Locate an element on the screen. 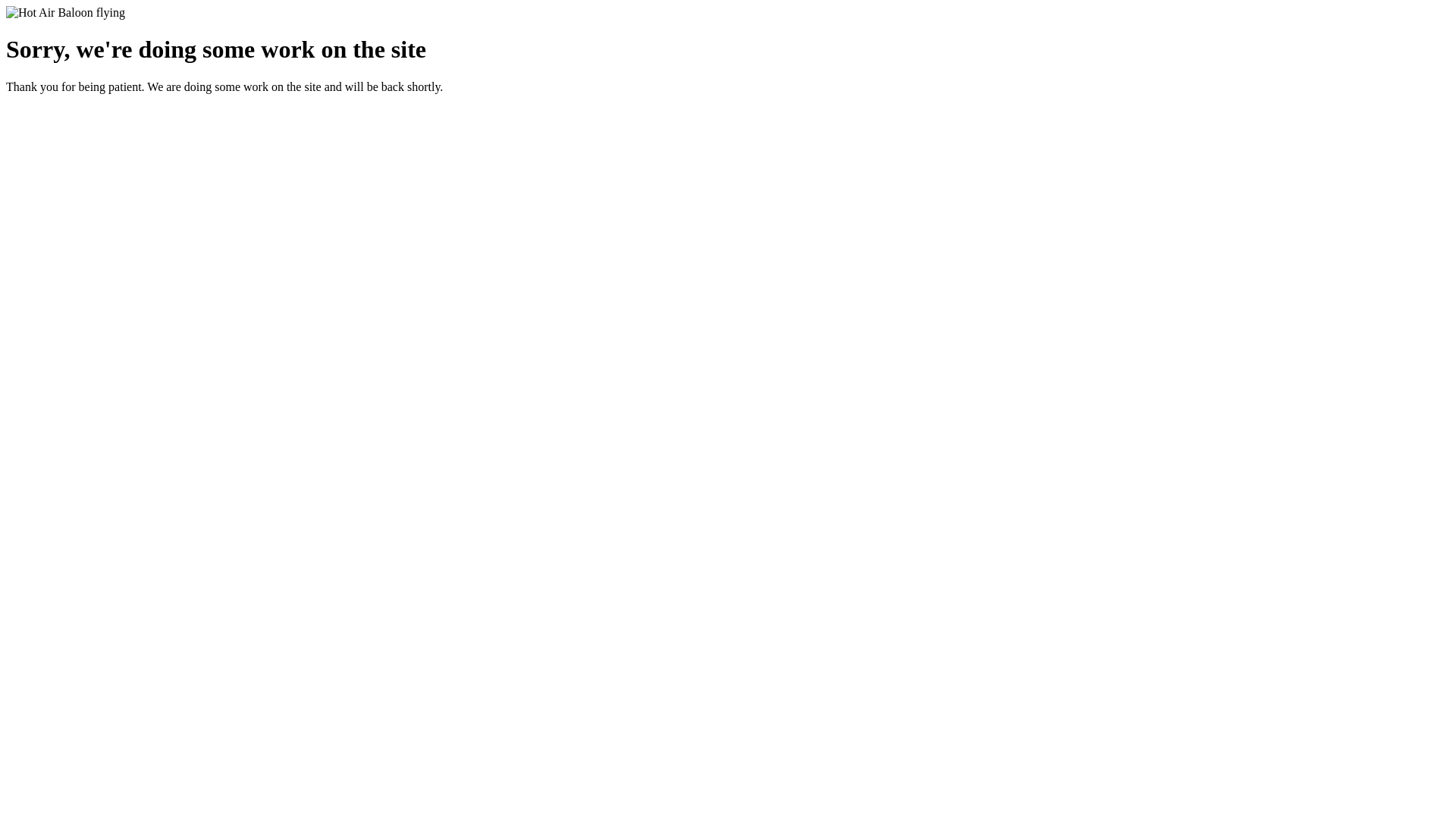 The width and height of the screenshot is (1456, 819). 'Hot Air Baloon flying' is located at coordinates (64, 12).